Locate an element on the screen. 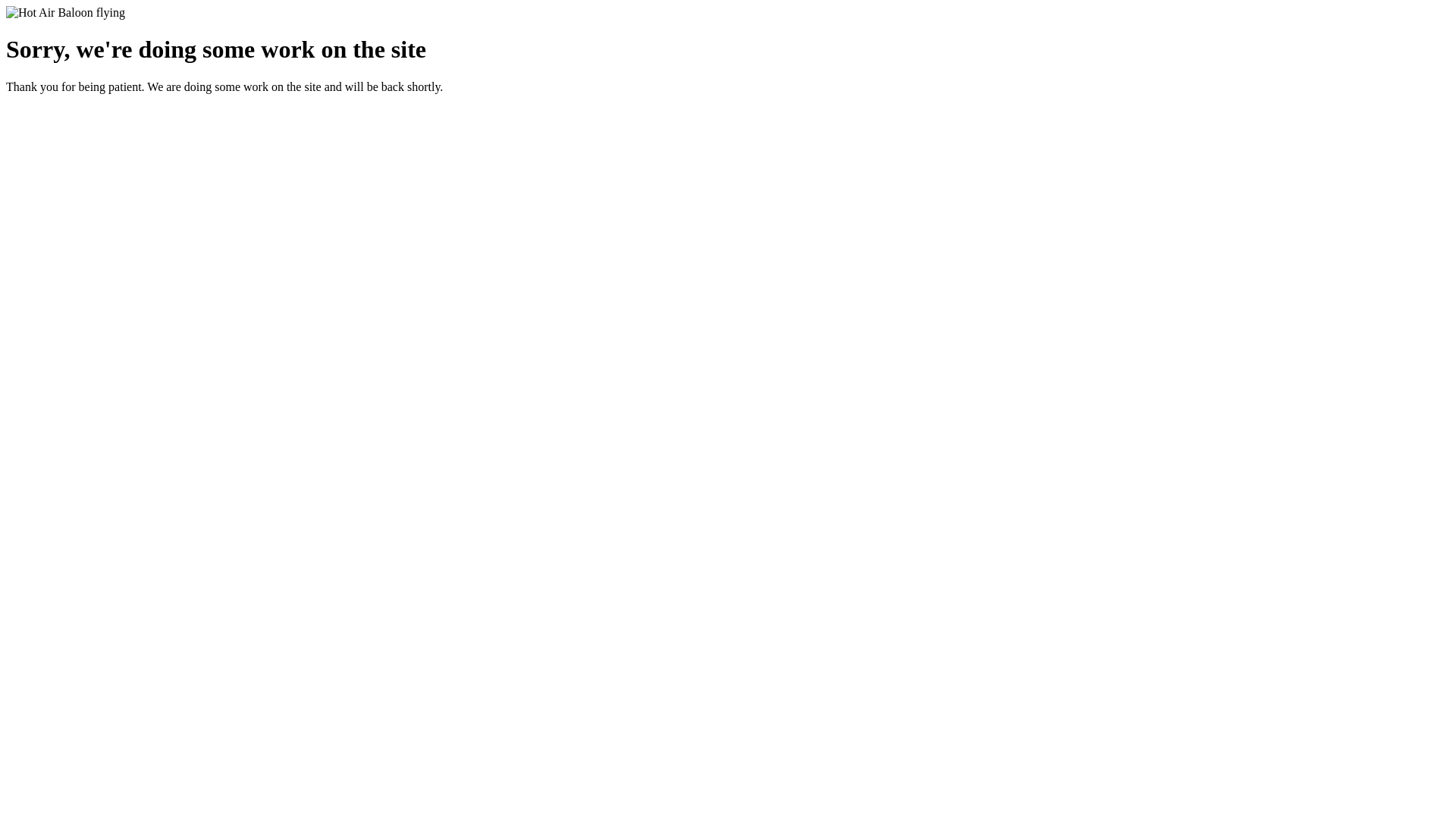 The width and height of the screenshot is (1456, 819). 'Hot Air Baloon flying' is located at coordinates (64, 12).